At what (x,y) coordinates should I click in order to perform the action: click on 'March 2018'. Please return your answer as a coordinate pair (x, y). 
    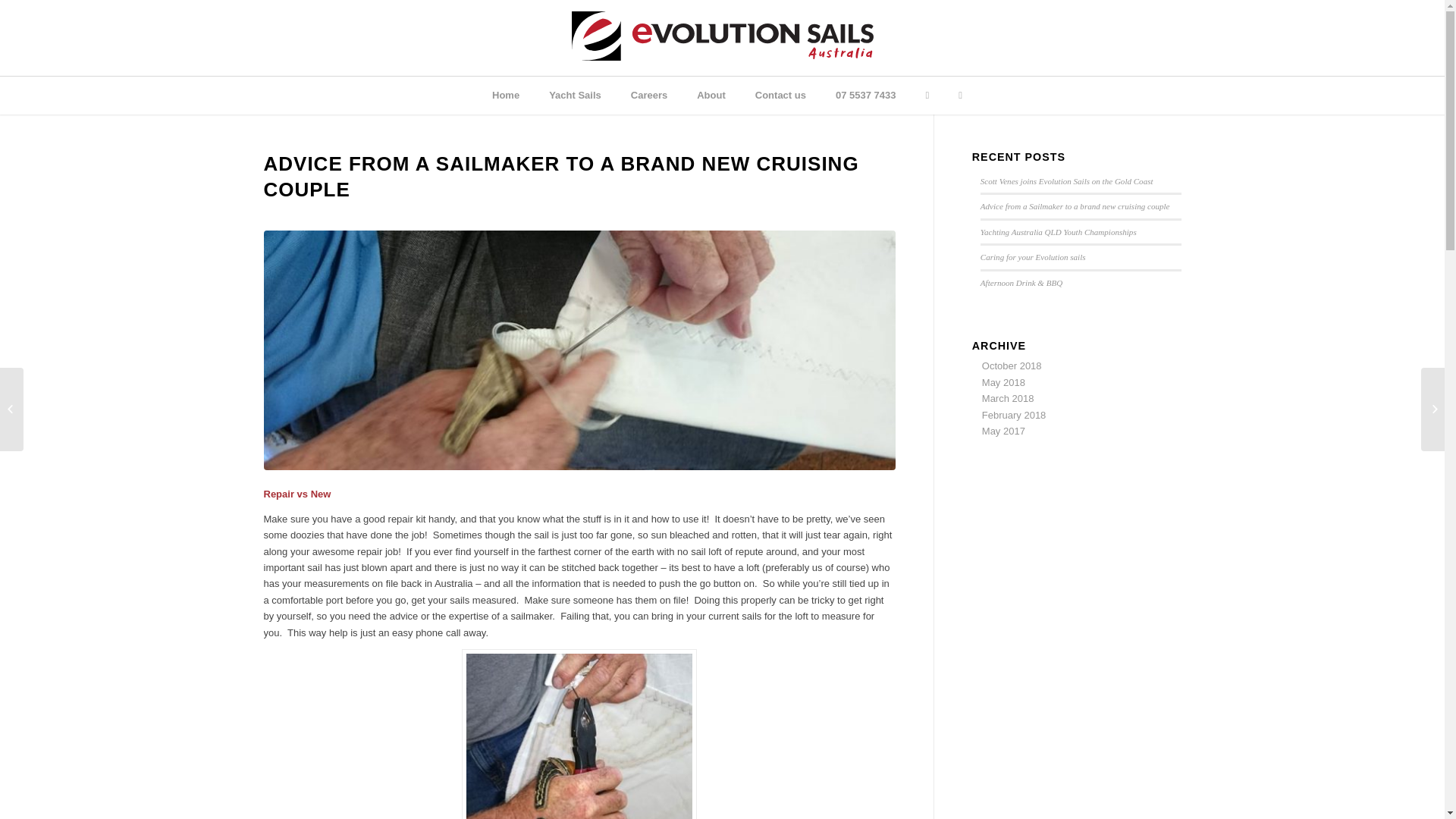
    Looking at the image, I should click on (982, 397).